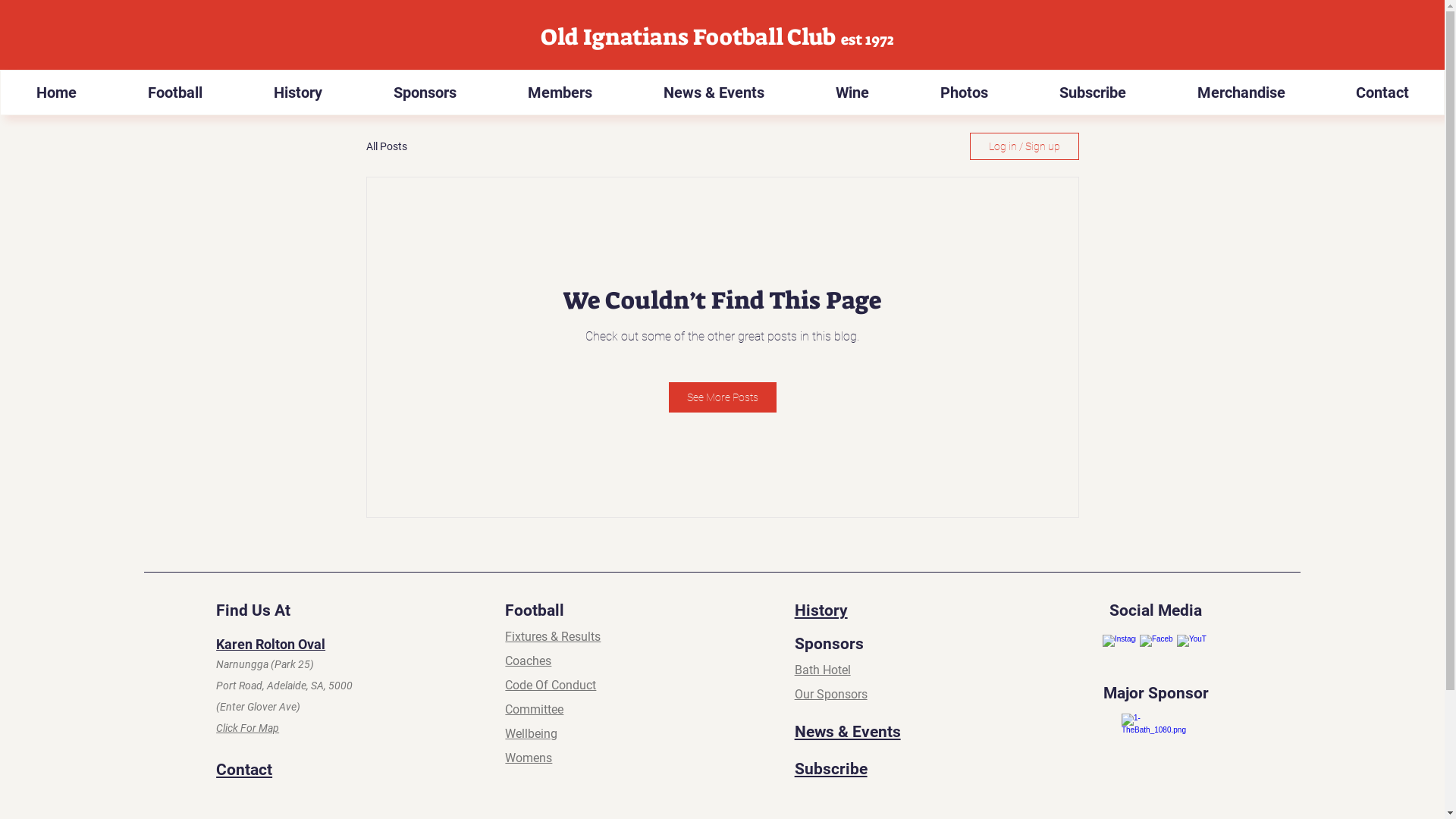  Describe the element at coordinates (297, 93) in the screenshot. I see `'History'` at that location.